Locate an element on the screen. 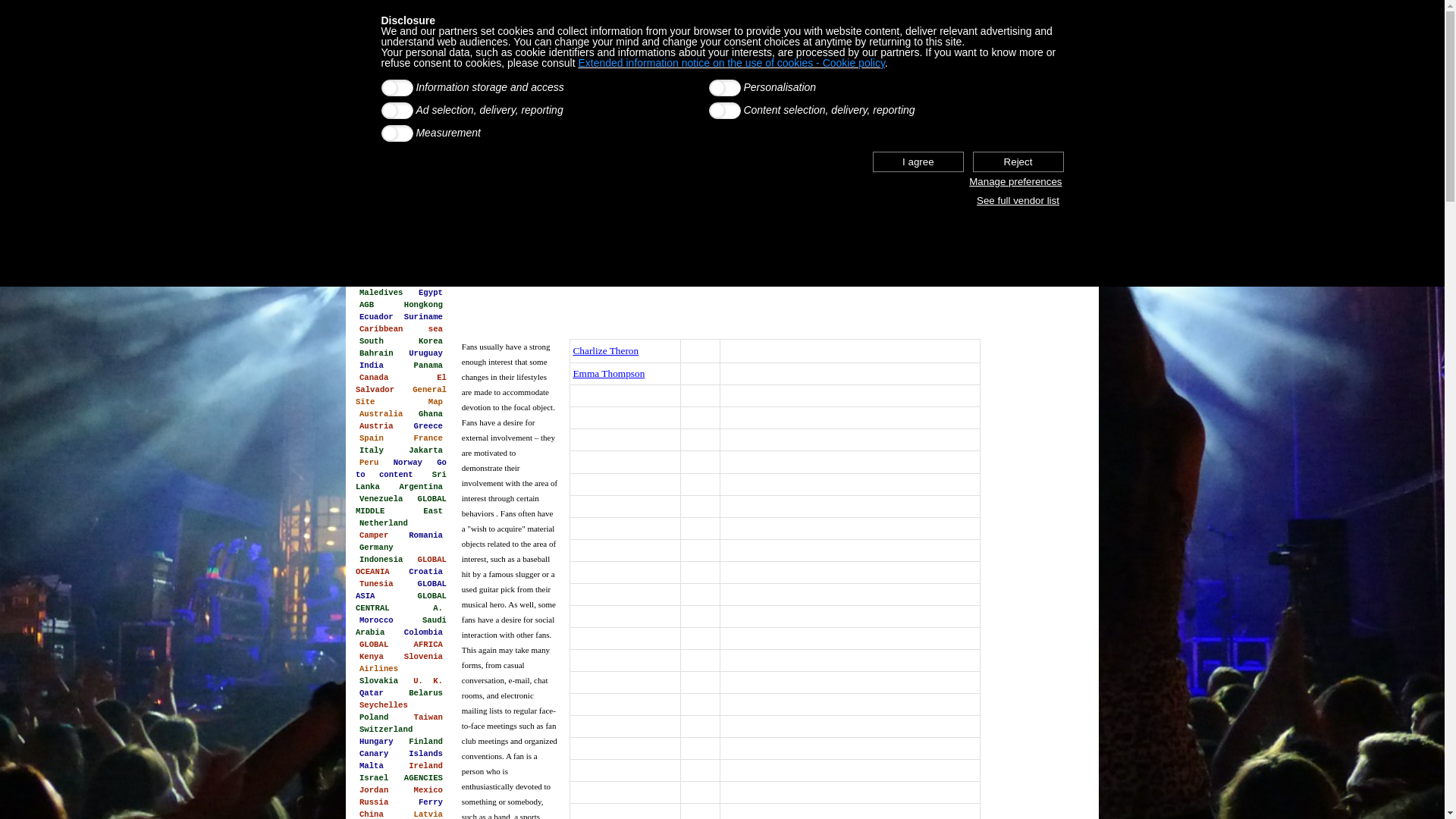  'Peru' is located at coordinates (369, 461).